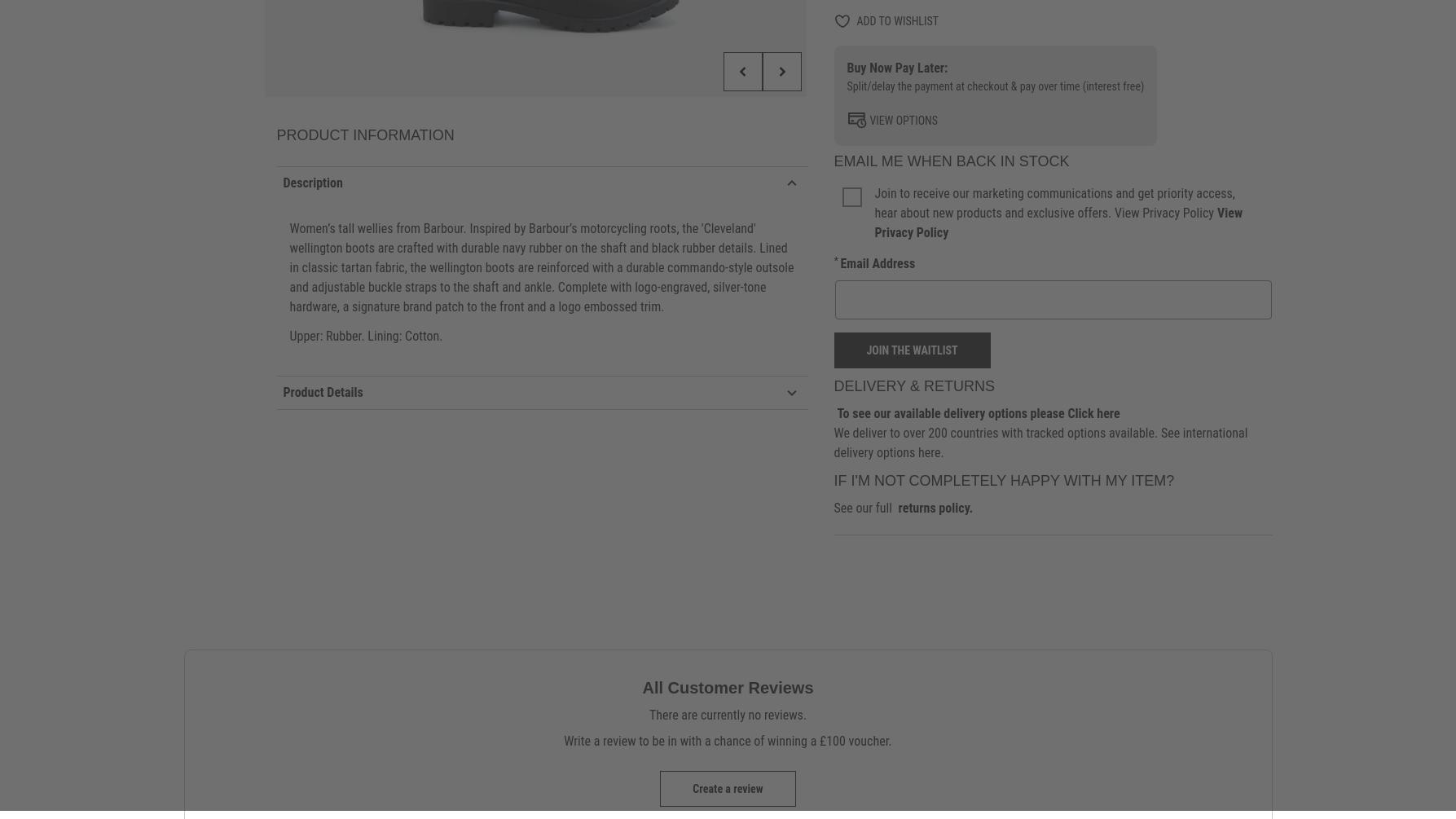  What do you see at coordinates (863, 507) in the screenshot?
I see `'See our full'` at bounding box center [863, 507].